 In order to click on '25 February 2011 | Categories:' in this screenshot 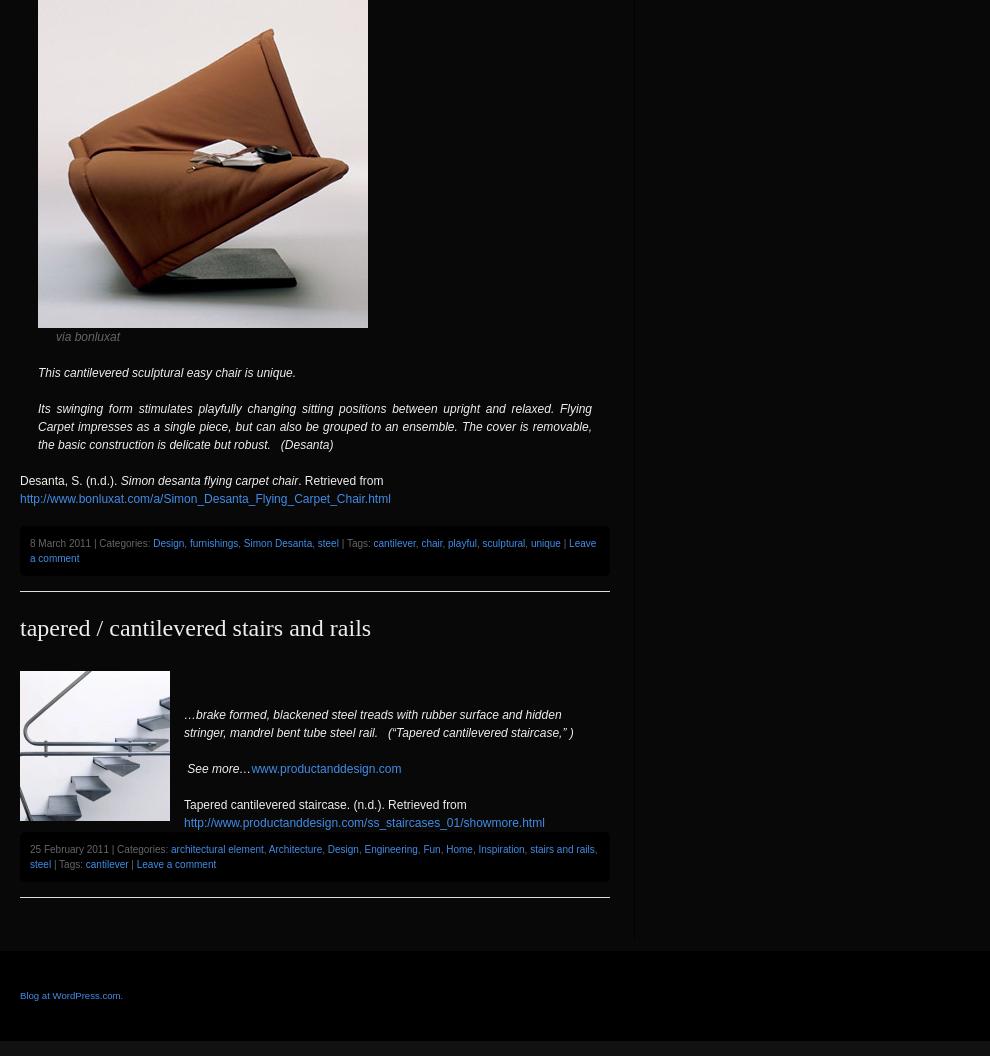, I will do `click(28, 848)`.